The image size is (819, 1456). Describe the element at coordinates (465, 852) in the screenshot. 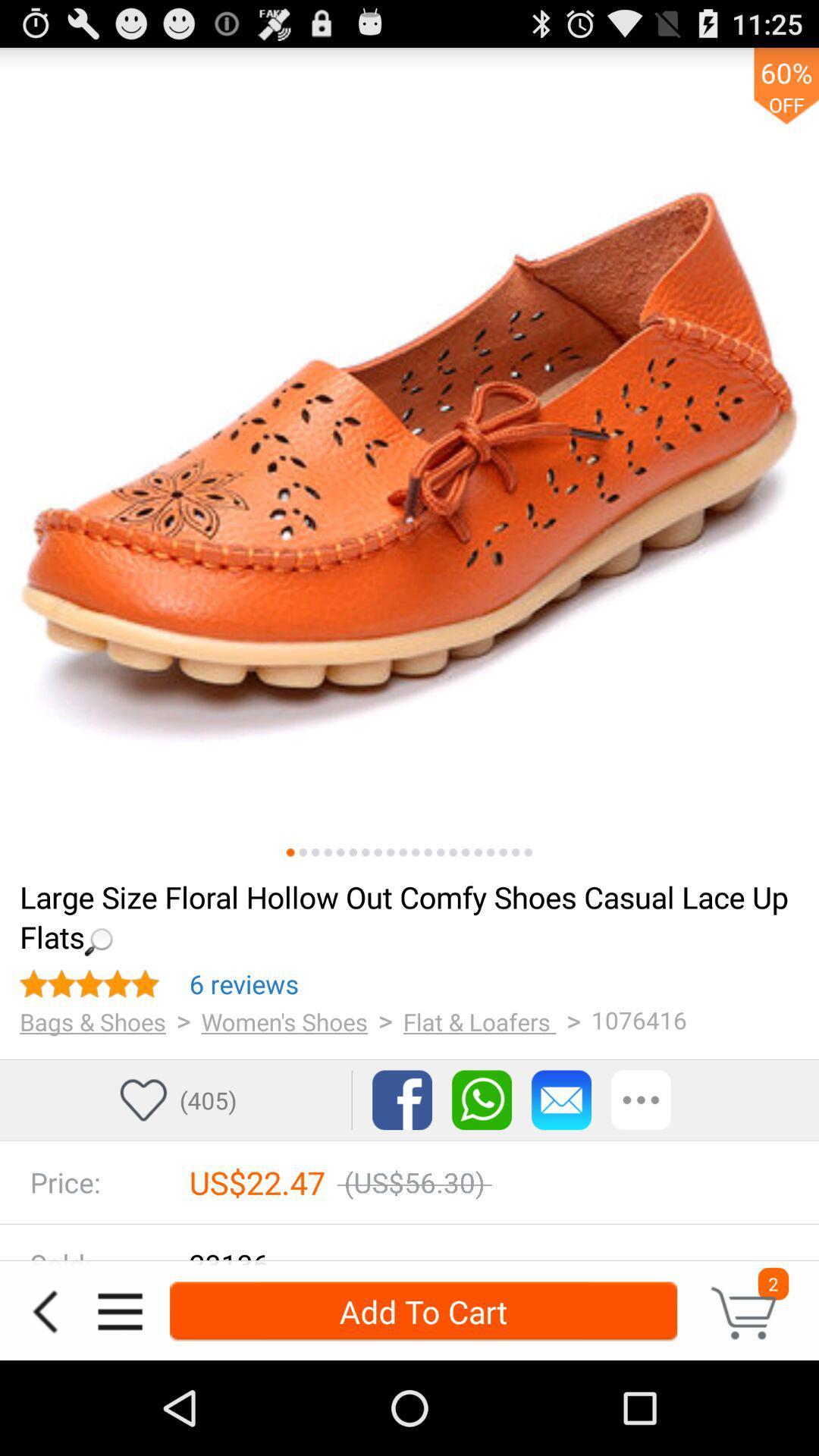

I see `show different picture` at that location.